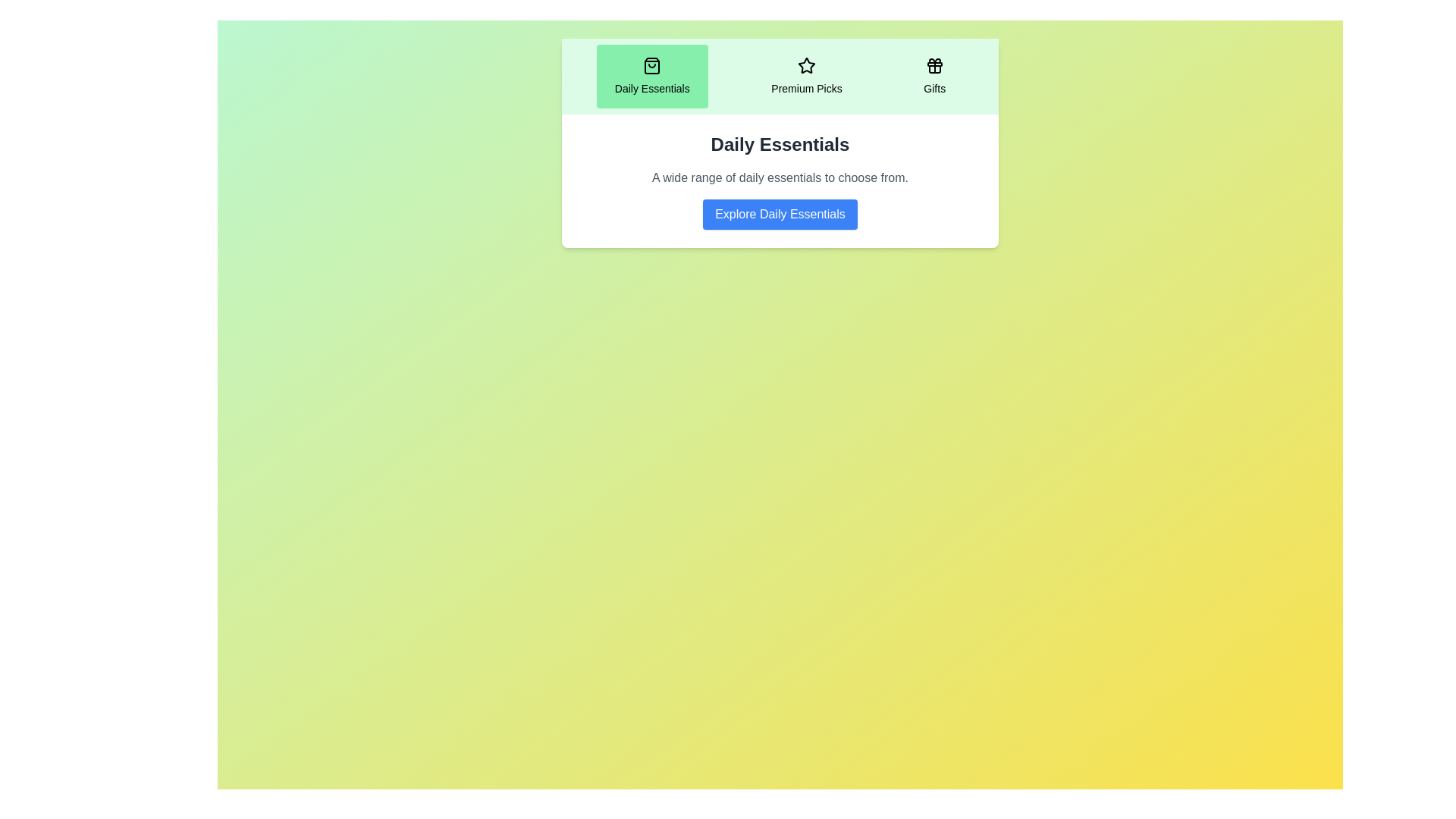 The height and width of the screenshot is (819, 1456). I want to click on the tab labeled Daily Essentials, so click(651, 76).